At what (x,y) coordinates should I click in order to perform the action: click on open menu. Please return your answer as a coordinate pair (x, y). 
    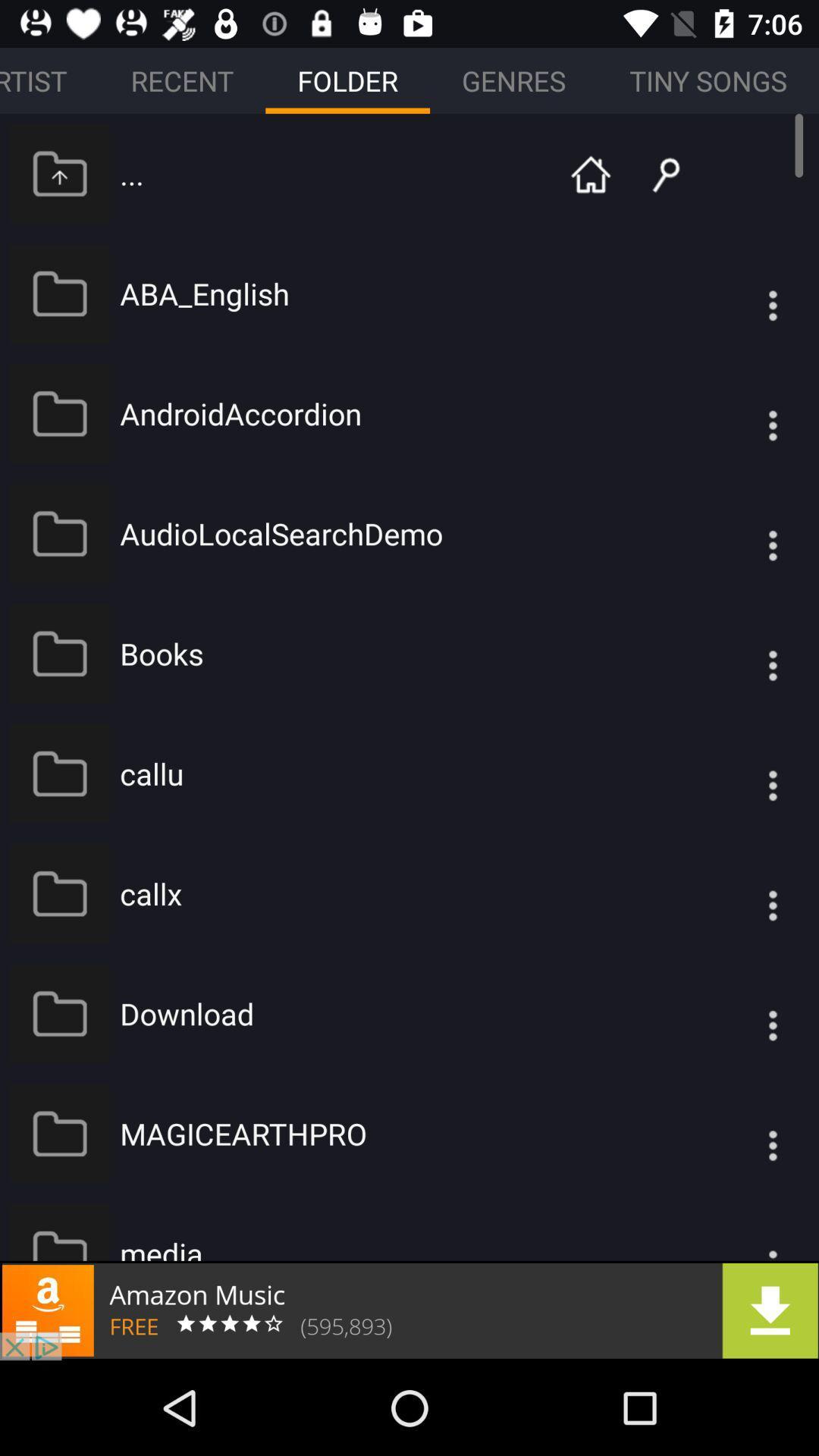
    Looking at the image, I should click on (742, 533).